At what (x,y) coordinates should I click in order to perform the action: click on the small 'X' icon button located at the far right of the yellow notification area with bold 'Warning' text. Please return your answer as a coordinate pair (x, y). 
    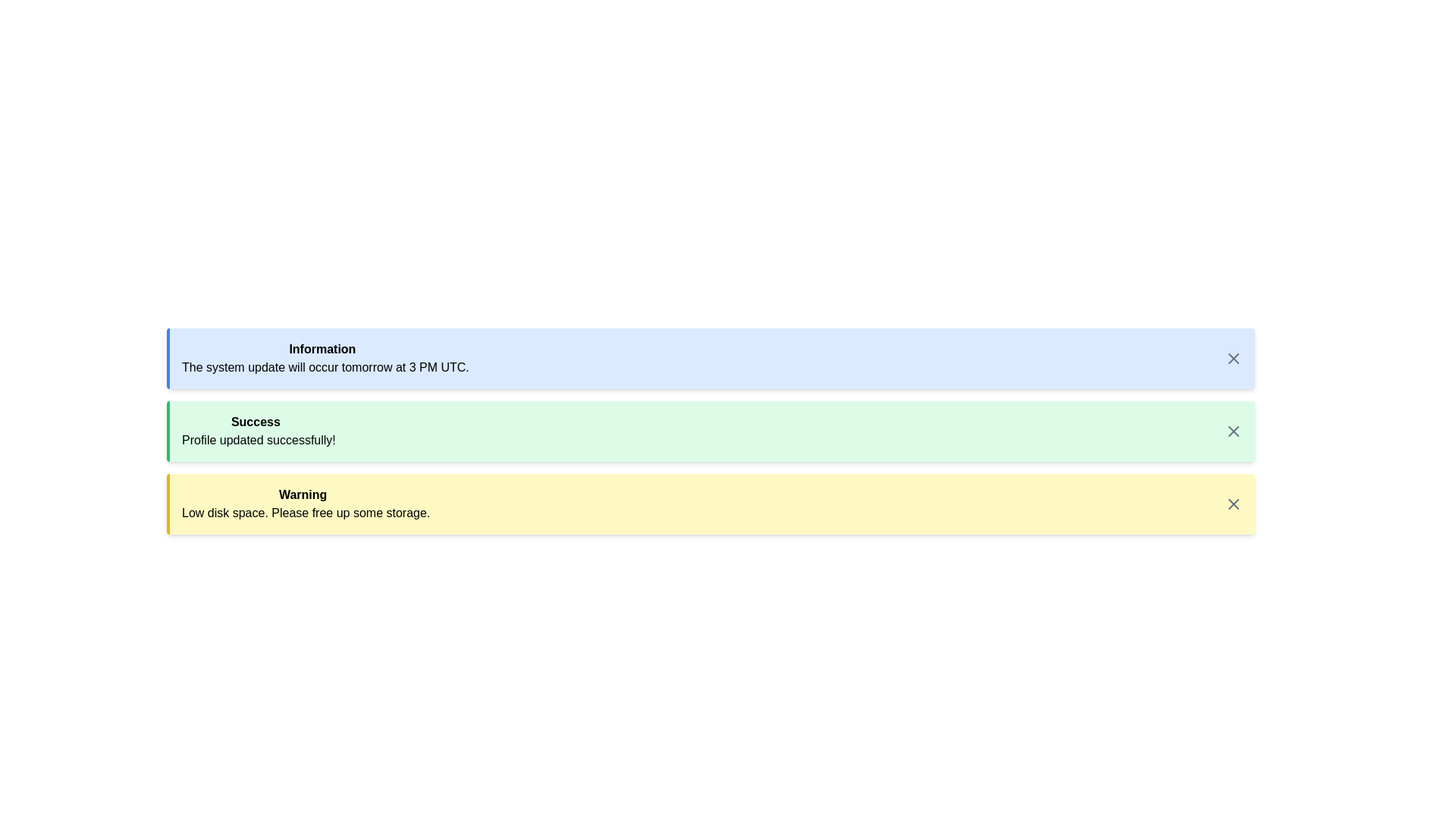
    Looking at the image, I should click on (1234, 504).